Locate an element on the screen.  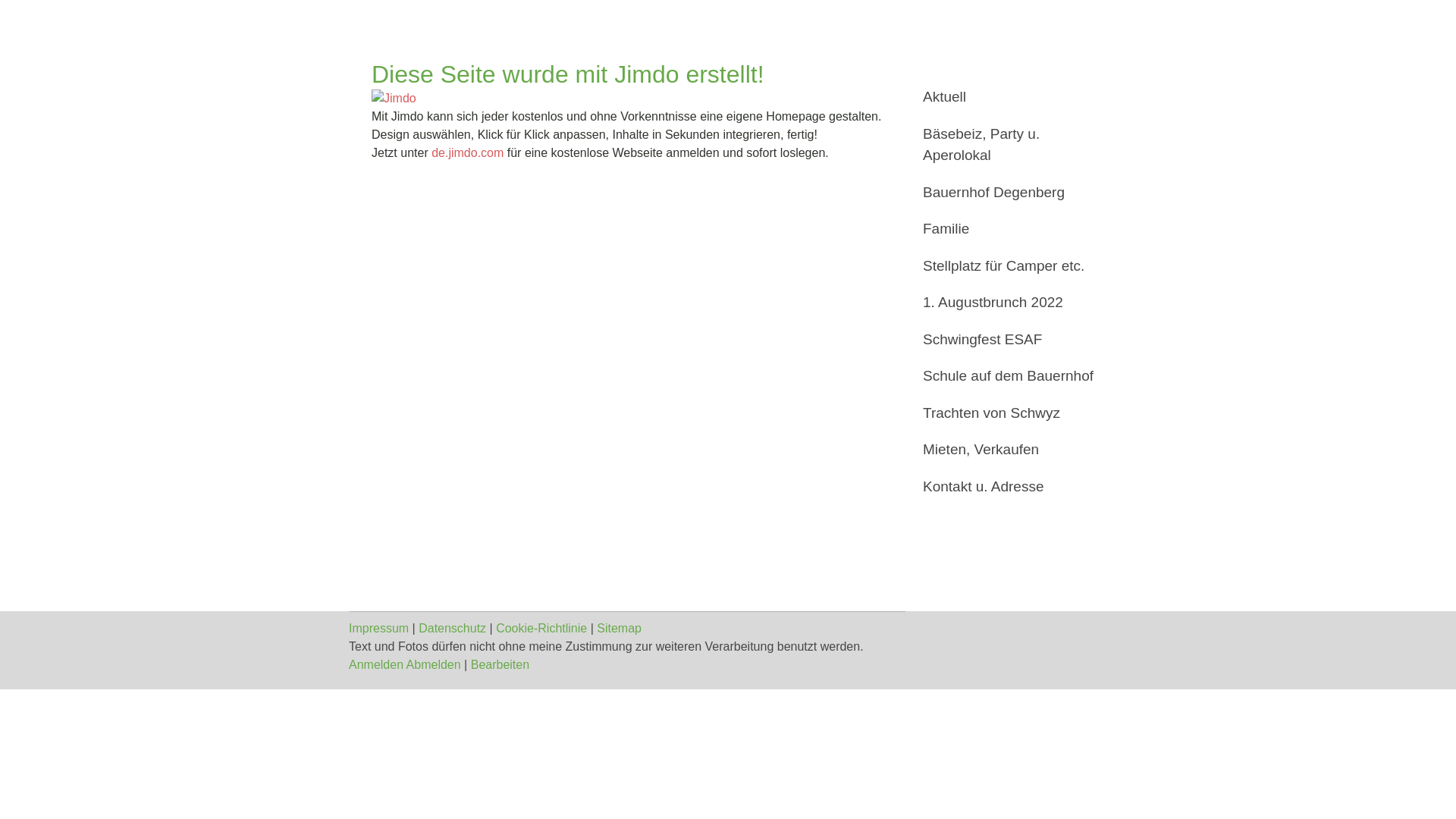
'1. Augustbrunch 2022' is located at coordinates (1008, 303).